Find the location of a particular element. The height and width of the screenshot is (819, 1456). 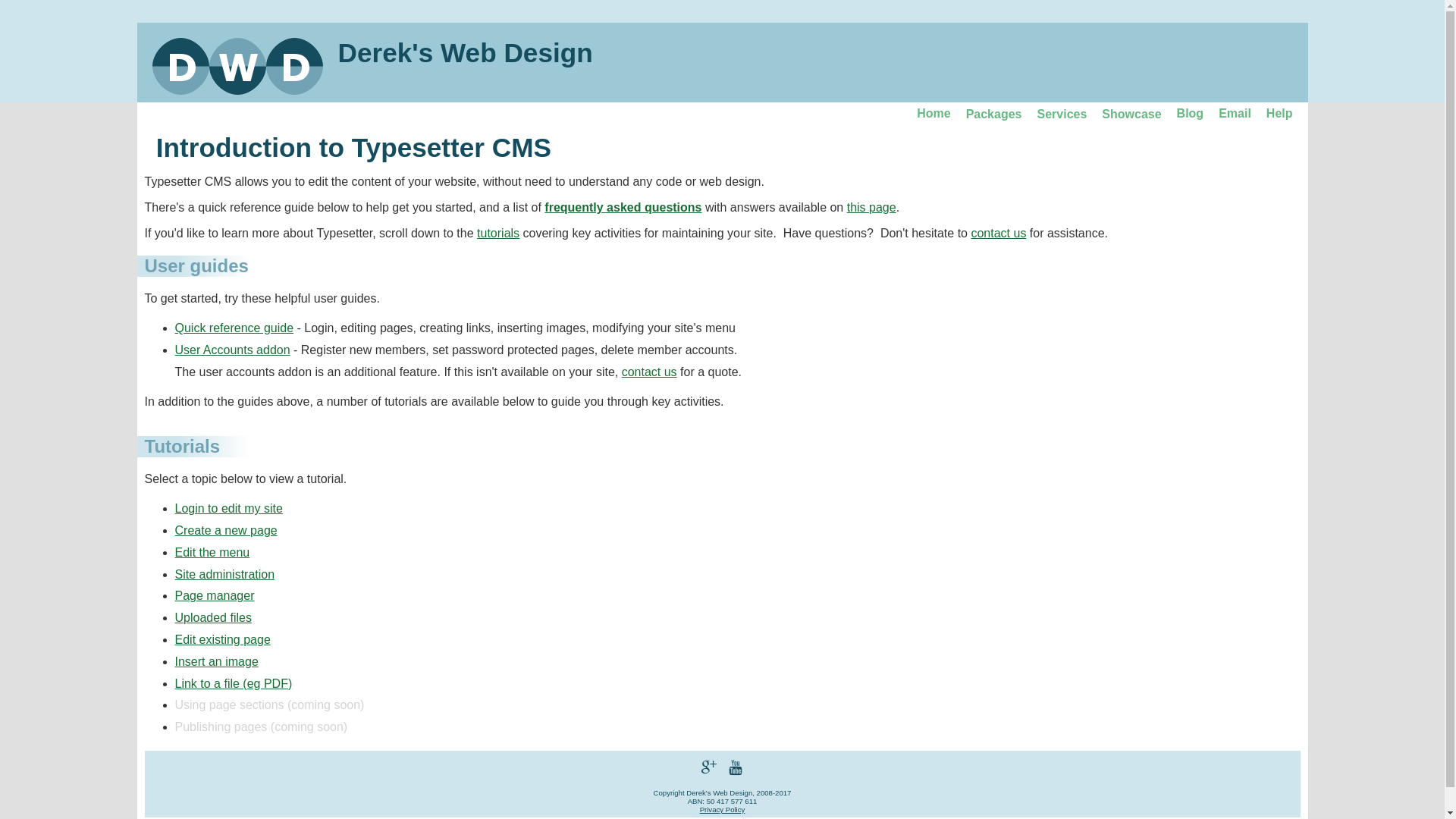

'Home' is located at coordinates (932, 113).